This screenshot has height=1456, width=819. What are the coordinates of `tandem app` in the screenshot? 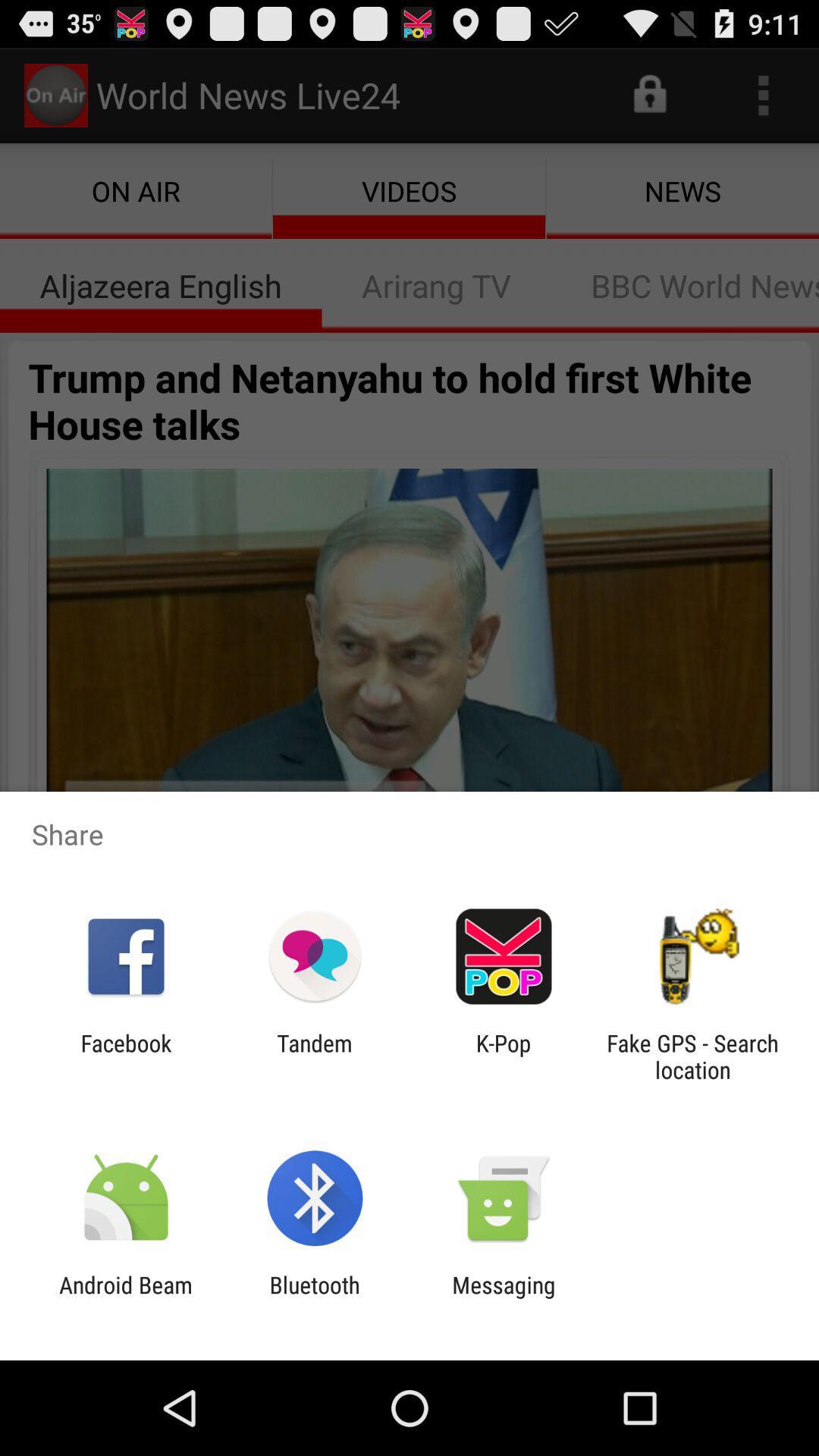 It's located at (314, 1056).